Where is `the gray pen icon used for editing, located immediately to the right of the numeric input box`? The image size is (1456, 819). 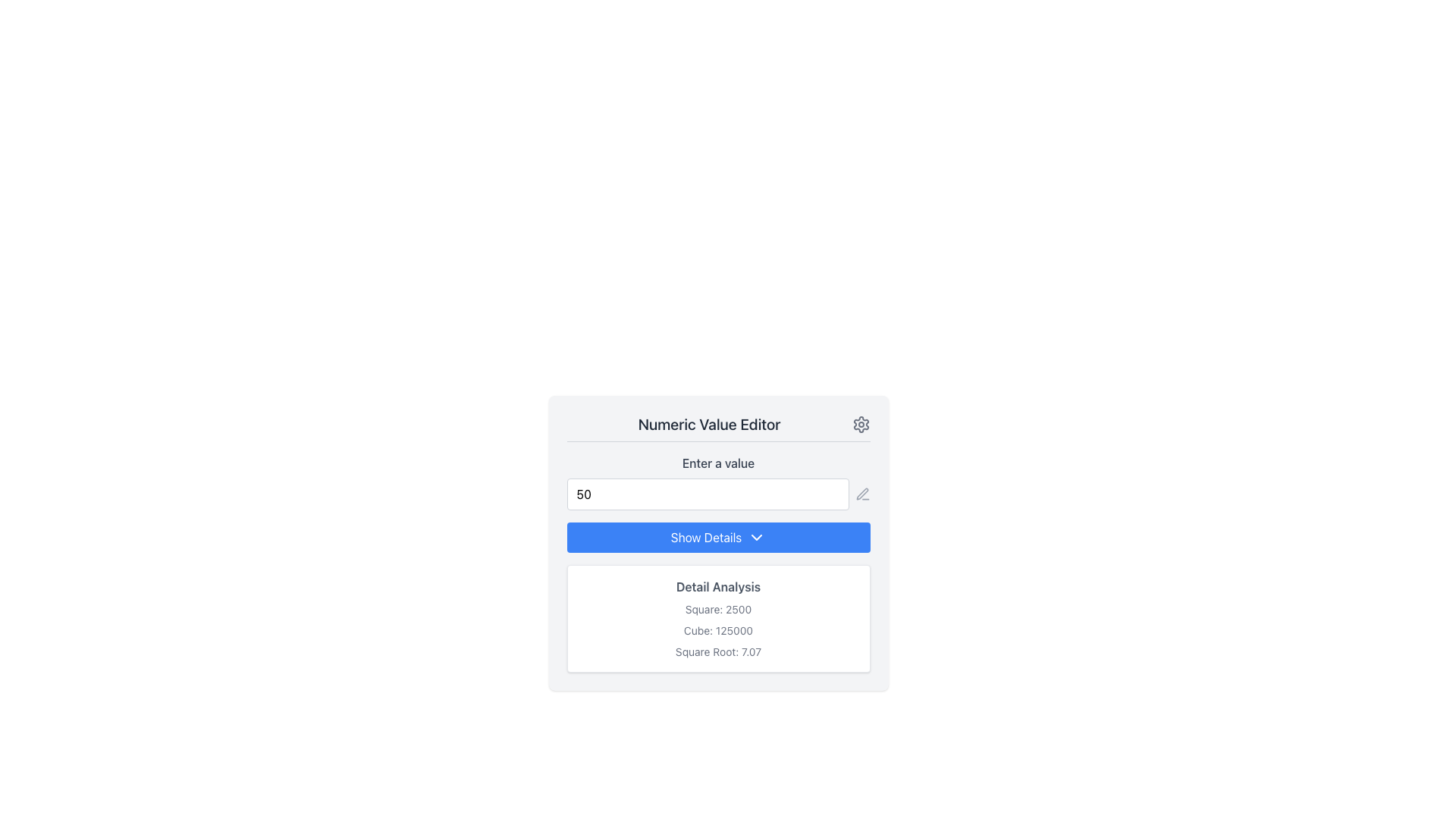
the gray pen icon used for editing, located immediately to the right of the numeric input box is located at coordinates (862, 494).